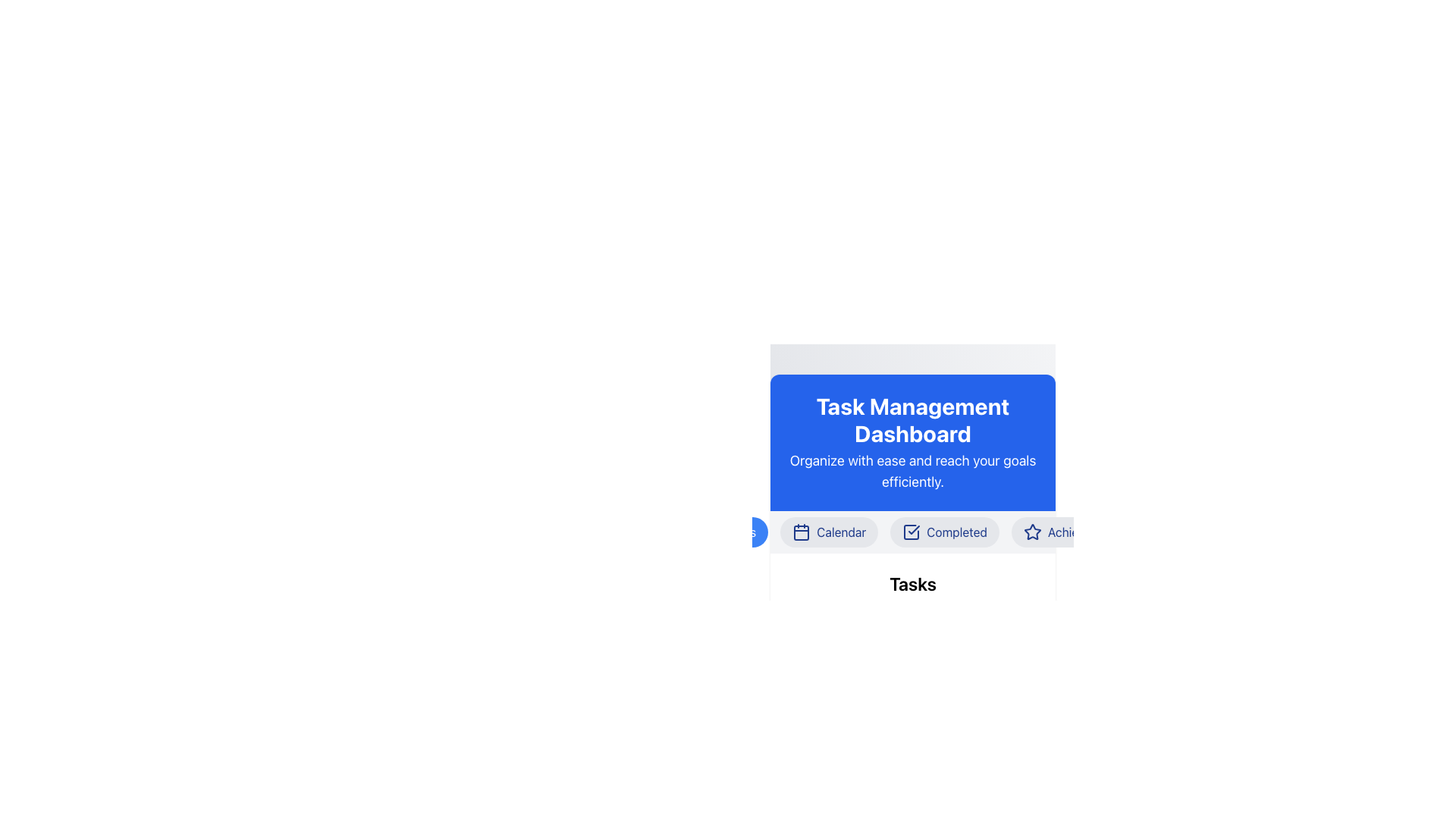  I want to click on the navigation buttons located on the header and navigation panel to go to specific sections of the task management dashboard, so click(912, 571).